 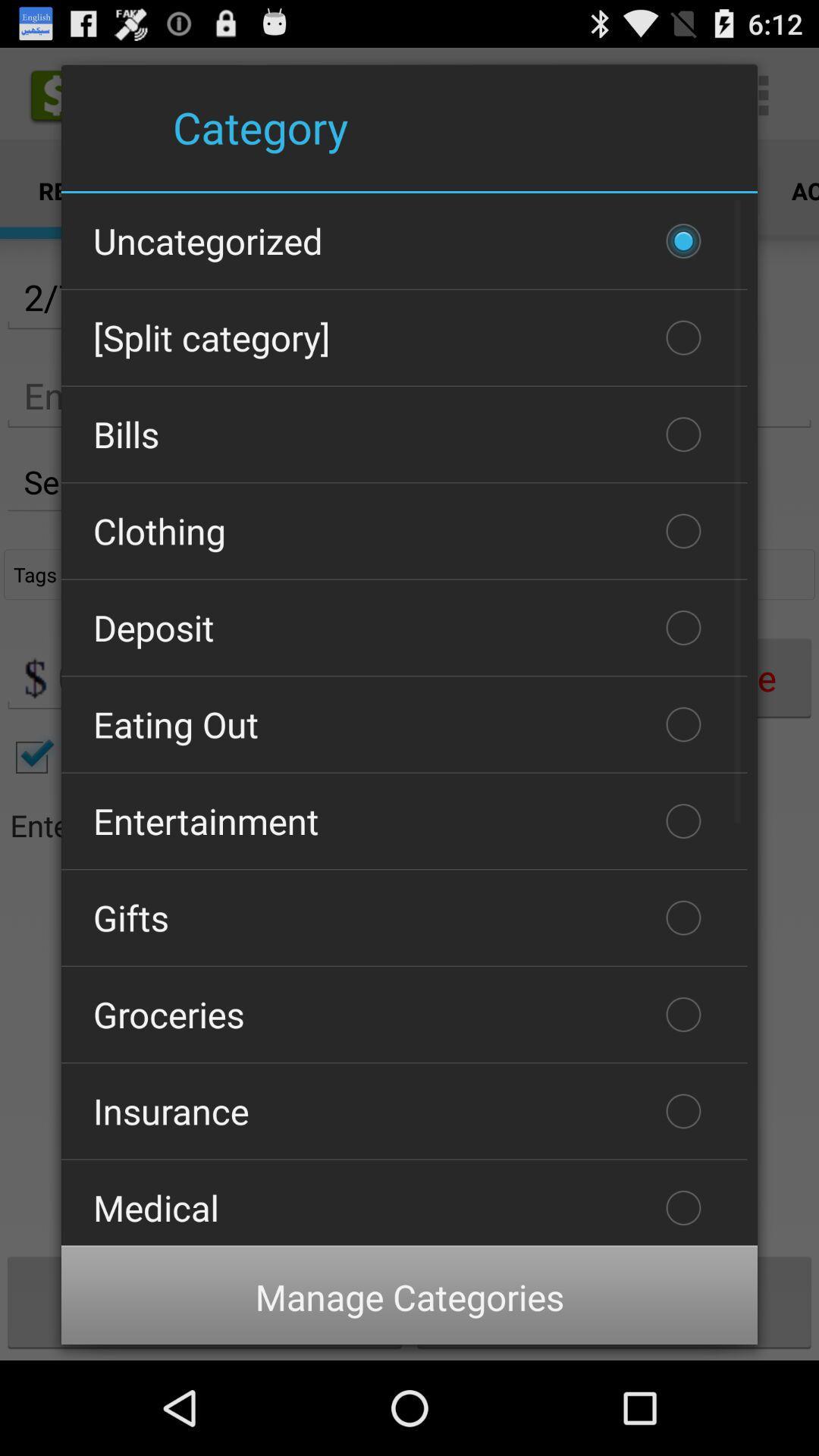 What do you see at coordinates (403, 433) in the screenshot?
I see `the icon below the [split category] icon` at bounding box center [403, 433].